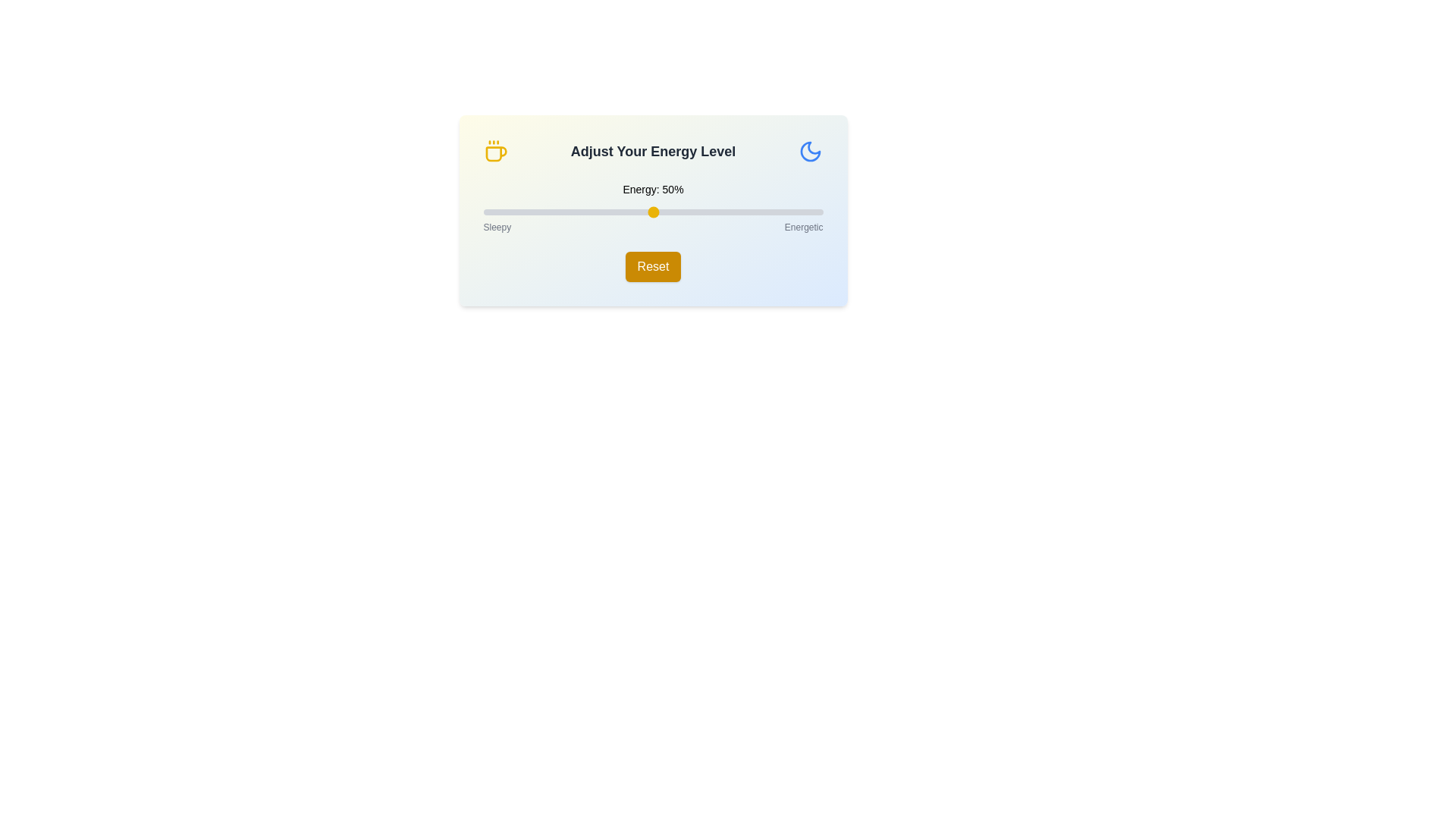 The height and width of the screenshot is (819, 1456). What do you see at coordinates (538, 212) in the screenshot?
I see `the energy level slider to 16%` at bounding box center [538, 212].